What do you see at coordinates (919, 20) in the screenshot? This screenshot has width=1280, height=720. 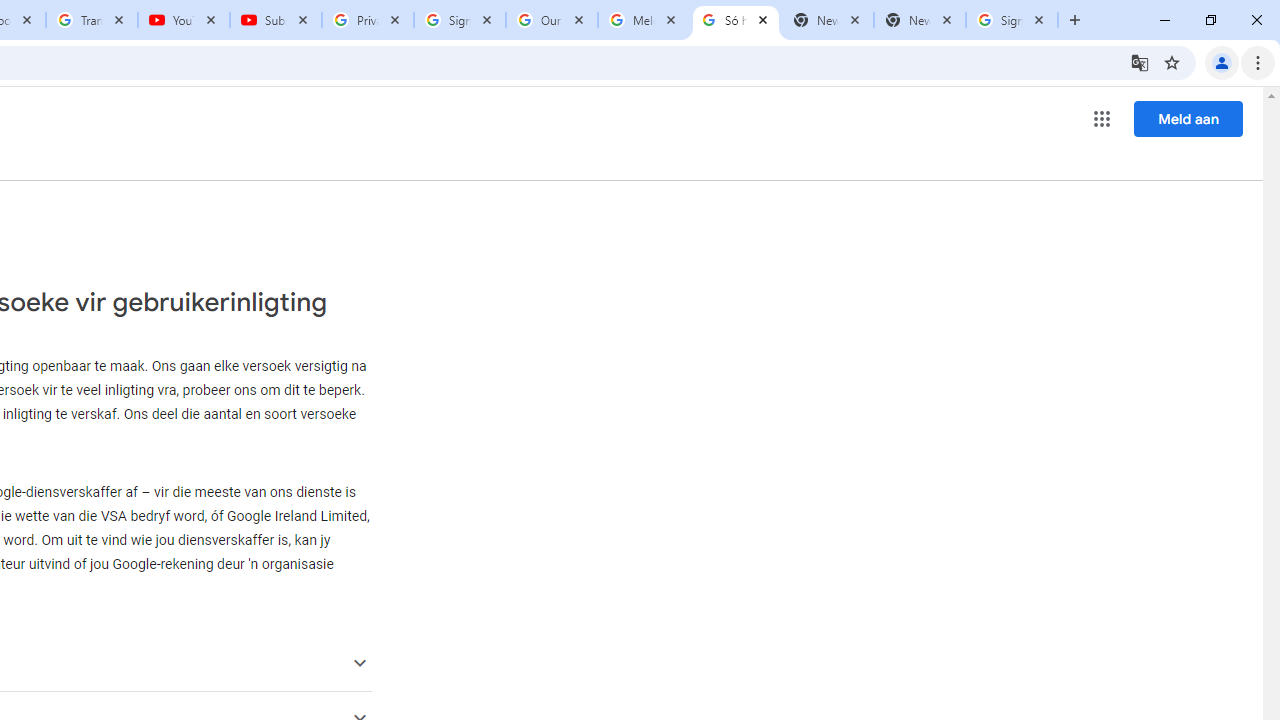 I see `'New Tab'` at bounding box center [919, 20].